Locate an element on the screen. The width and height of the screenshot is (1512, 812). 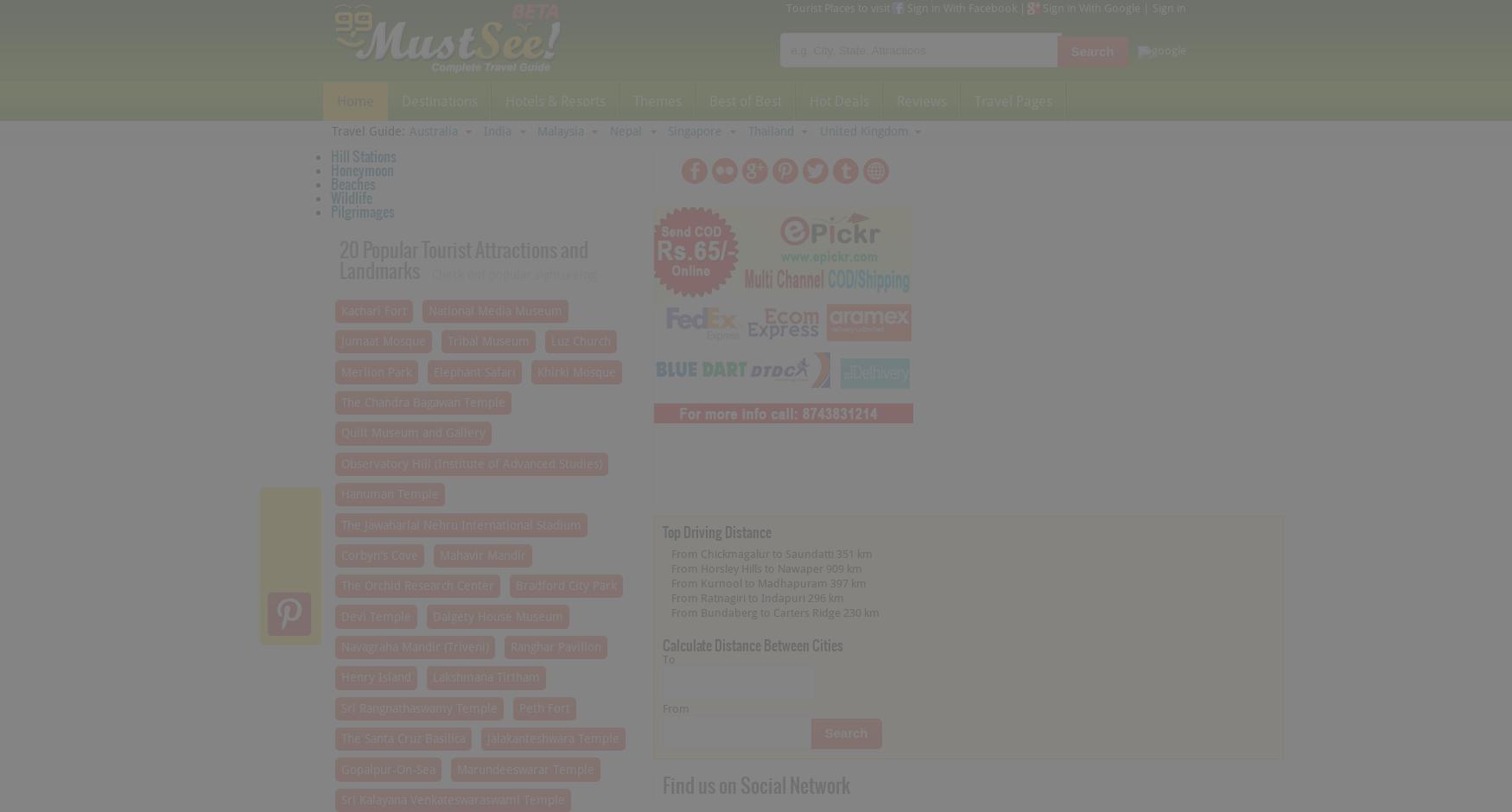
'Calculate Distance Between Cities' is located at coordinates (752, 643).